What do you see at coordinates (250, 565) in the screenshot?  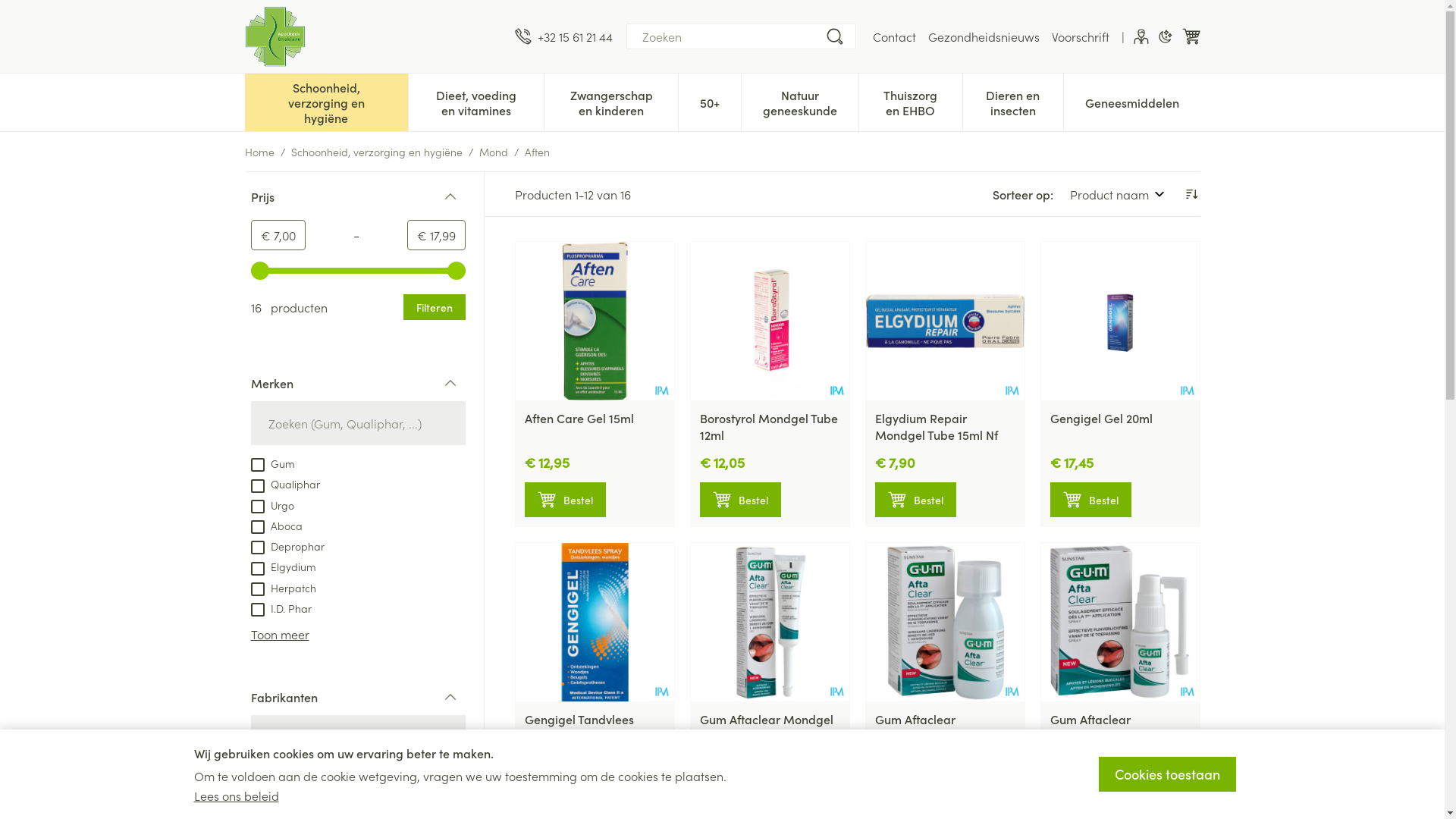 I see `'Elgydium'` at bounding box center [250, 565].